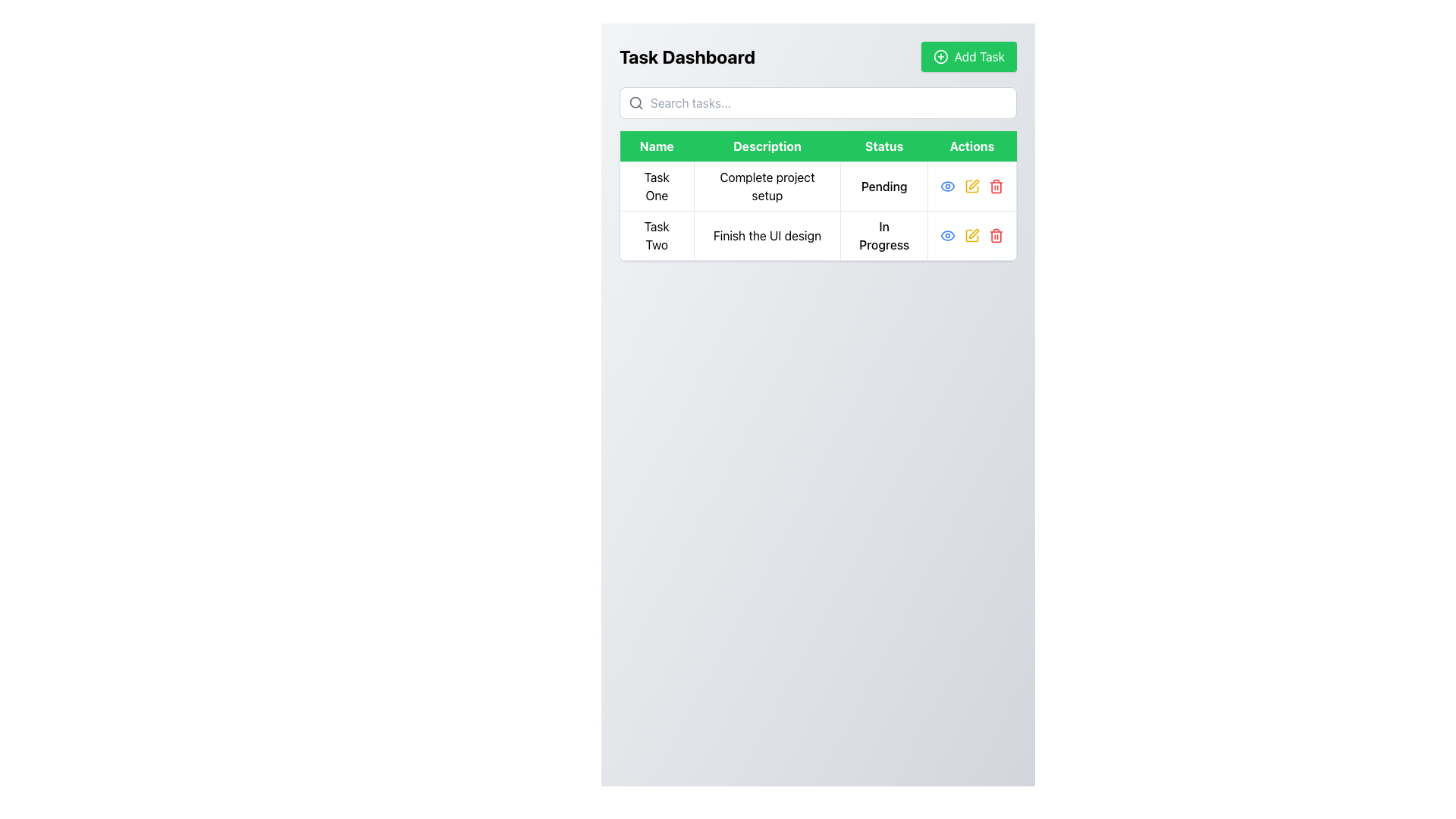  Describe the element at coordinates (636, 102) in the screenshot. I see `the search icon resembling a magnifying glass, located on the left side of the search input field below the 'Task Dashboard' heading` at that location.